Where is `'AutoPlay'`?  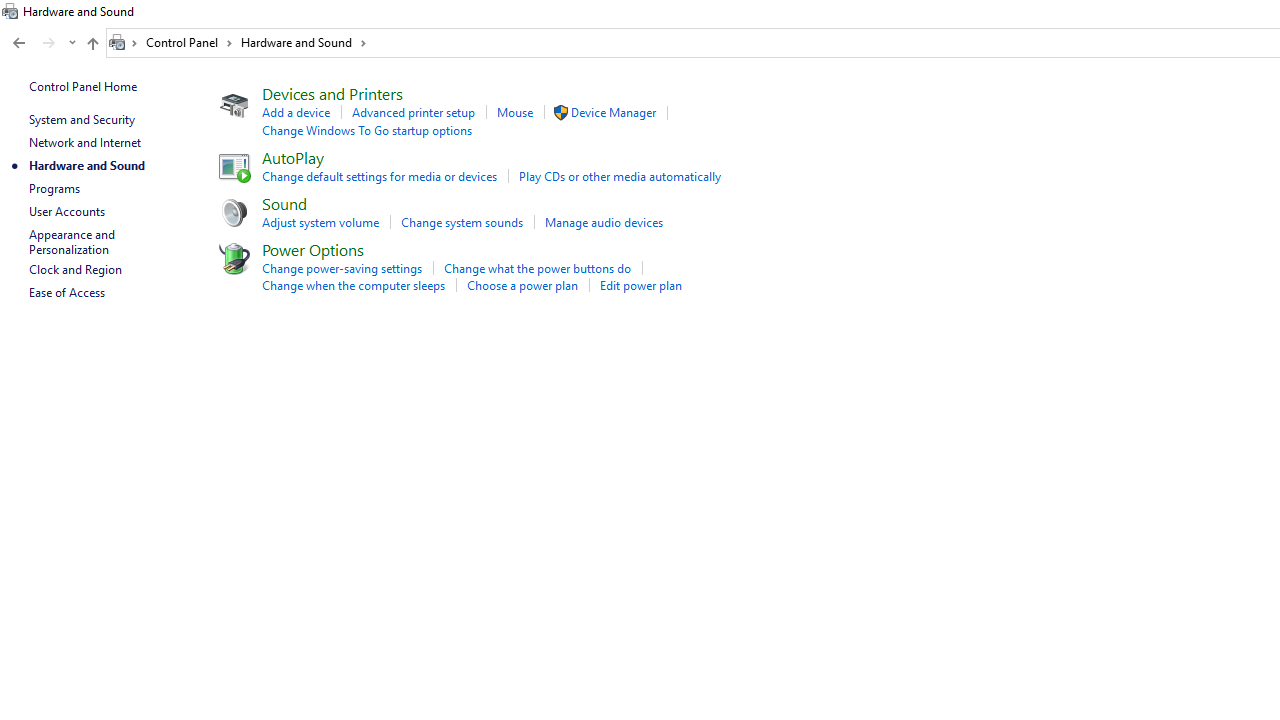
'AutoPlay' is located at coordinates (292, 156).